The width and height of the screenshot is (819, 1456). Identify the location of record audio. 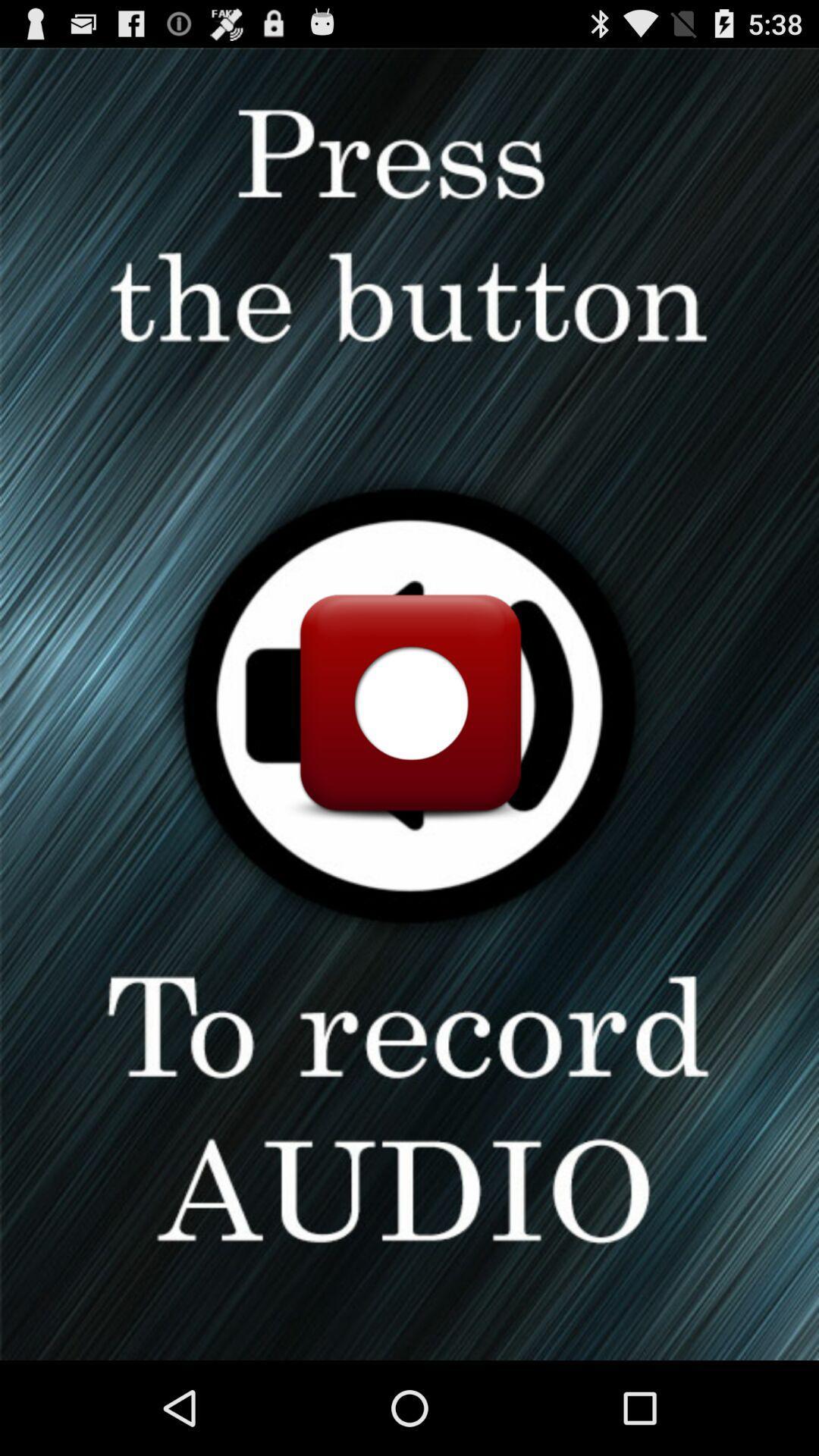
(409, 703).